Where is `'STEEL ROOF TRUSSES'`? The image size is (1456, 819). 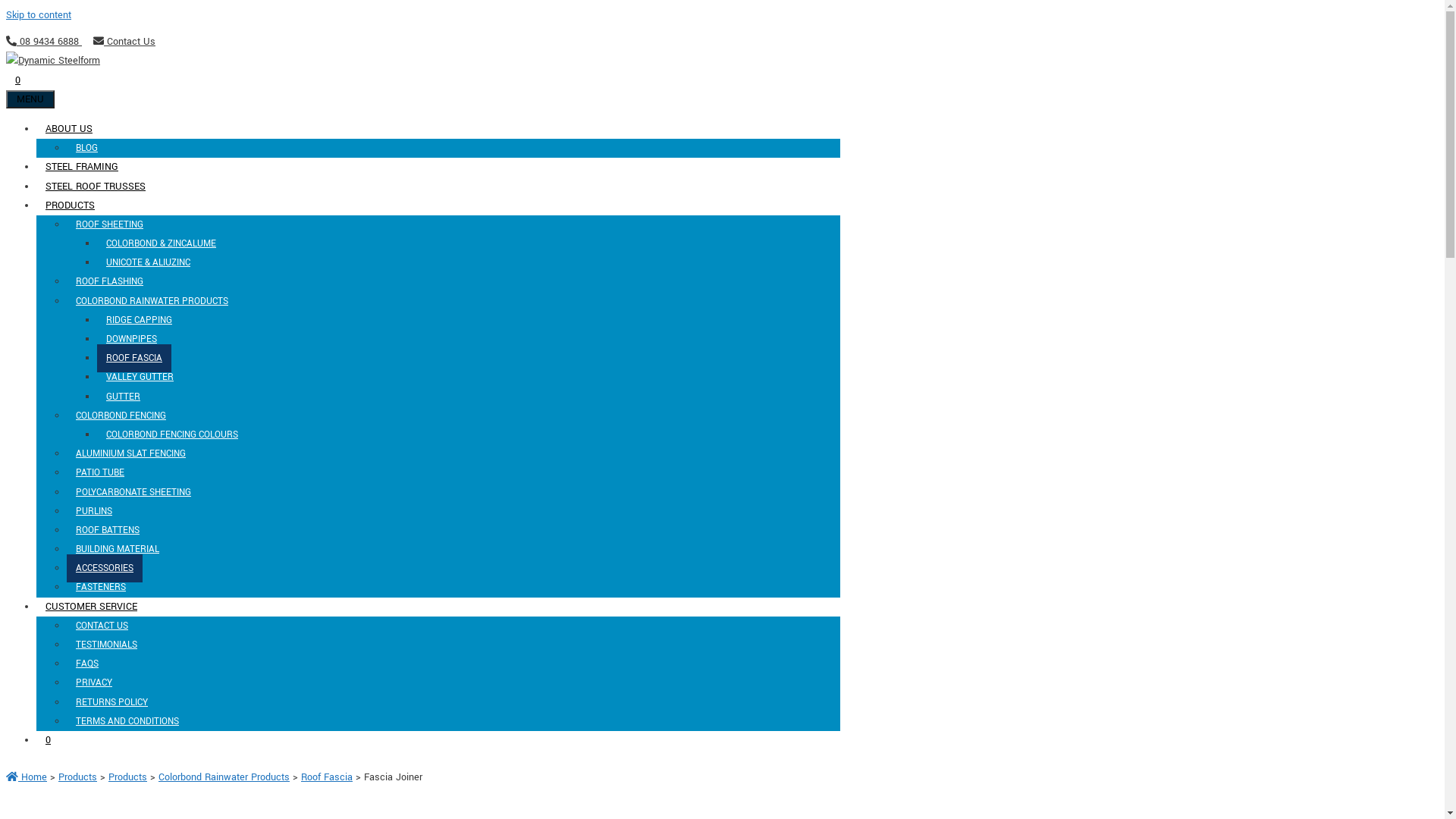 'STEEL ROOF TRUSSES' is located at coordinates (94, 185).